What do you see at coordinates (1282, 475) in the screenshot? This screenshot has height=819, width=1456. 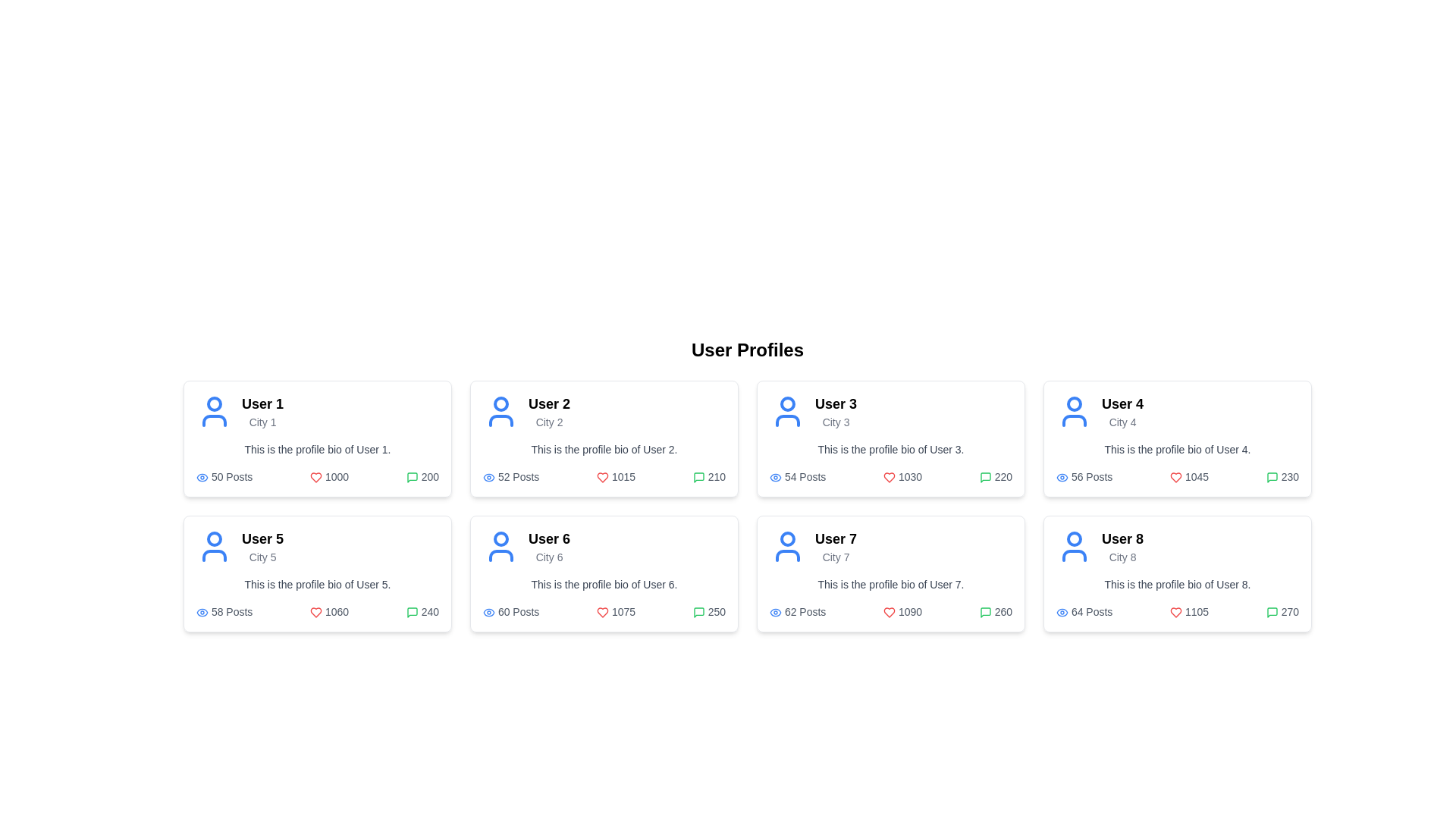 I see `the comment count indicator element, which is represented by a green speech bubble icon with the number '230' displayed to its right, located as the third visual indicator in a sequence of three on a user profile card` at bounding box center [1282, 475].